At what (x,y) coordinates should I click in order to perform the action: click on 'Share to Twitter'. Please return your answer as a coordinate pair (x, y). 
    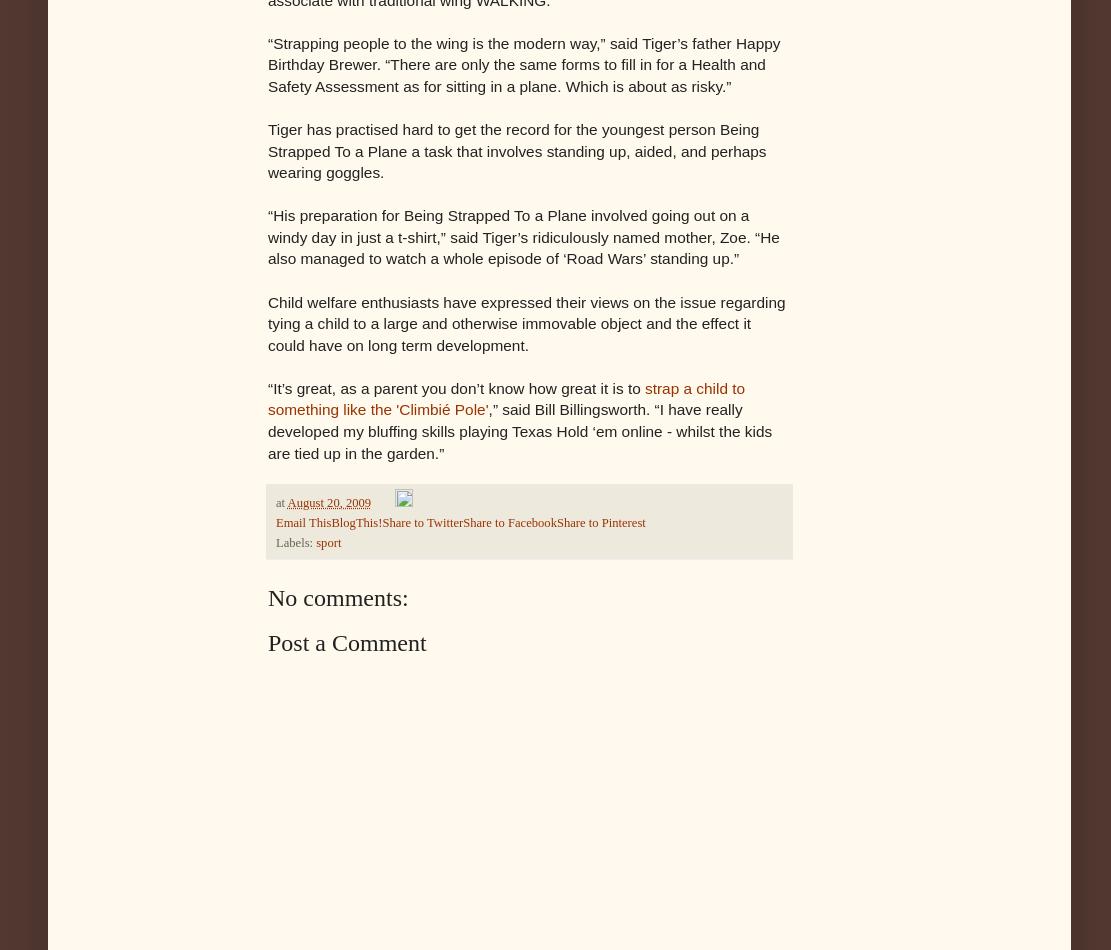
    Looking at the image, I should click on (422, 522).